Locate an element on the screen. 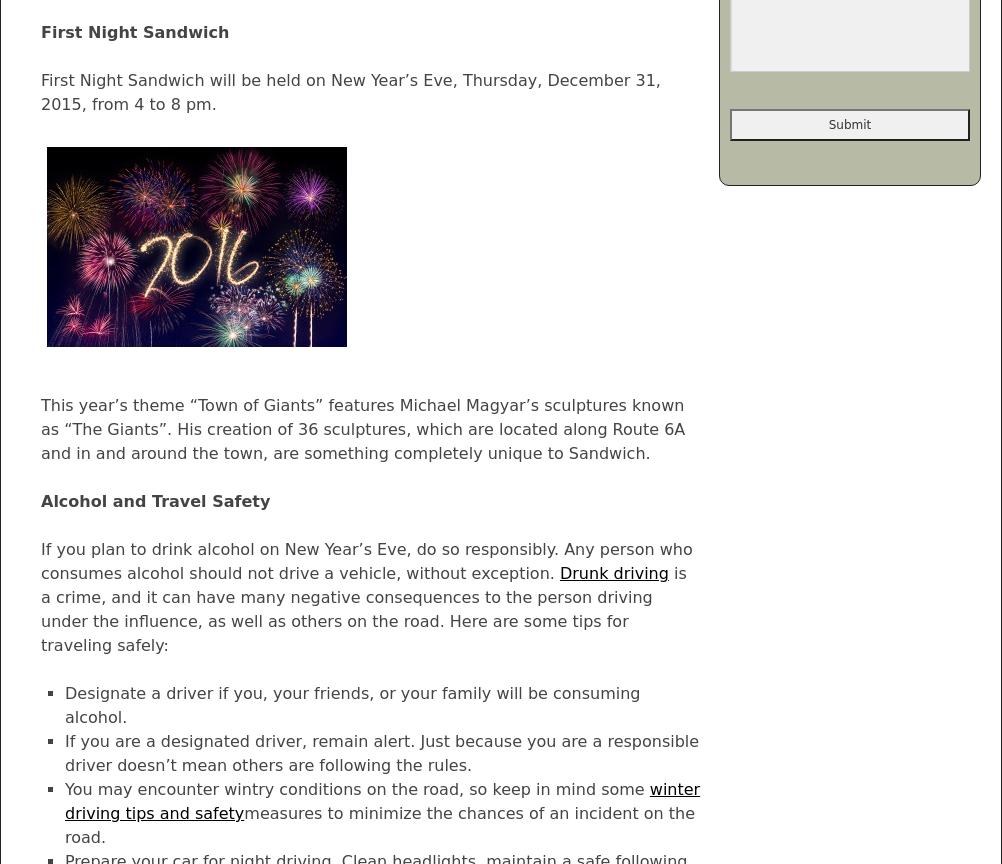  'First Night Sandwich will be held on New Year’s Eve, Thursday, December 31, 2015, from 4 to 8 pm.' is located at coordinates (350, 92).